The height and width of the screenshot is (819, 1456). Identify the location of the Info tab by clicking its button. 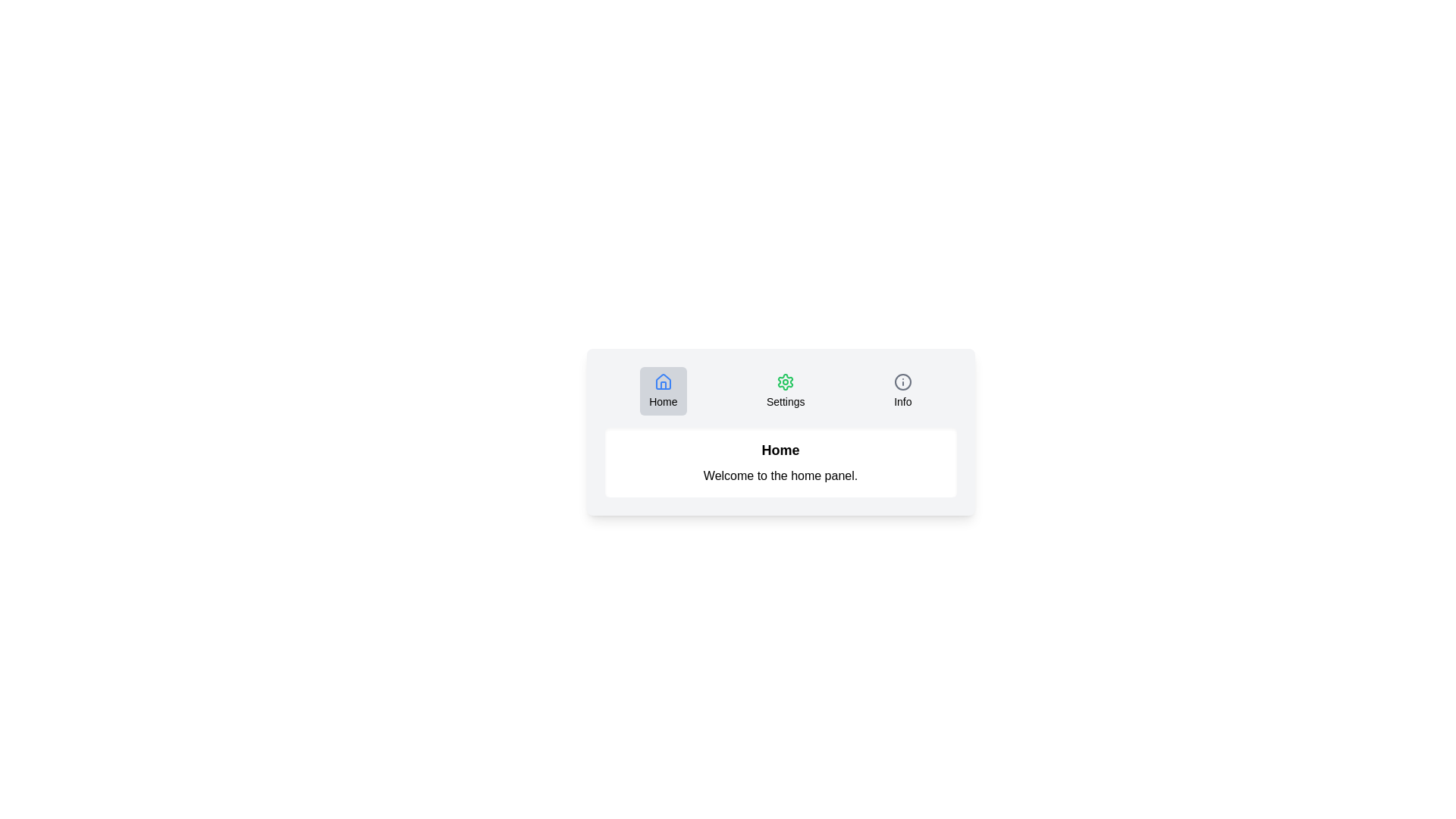
(902, 391).